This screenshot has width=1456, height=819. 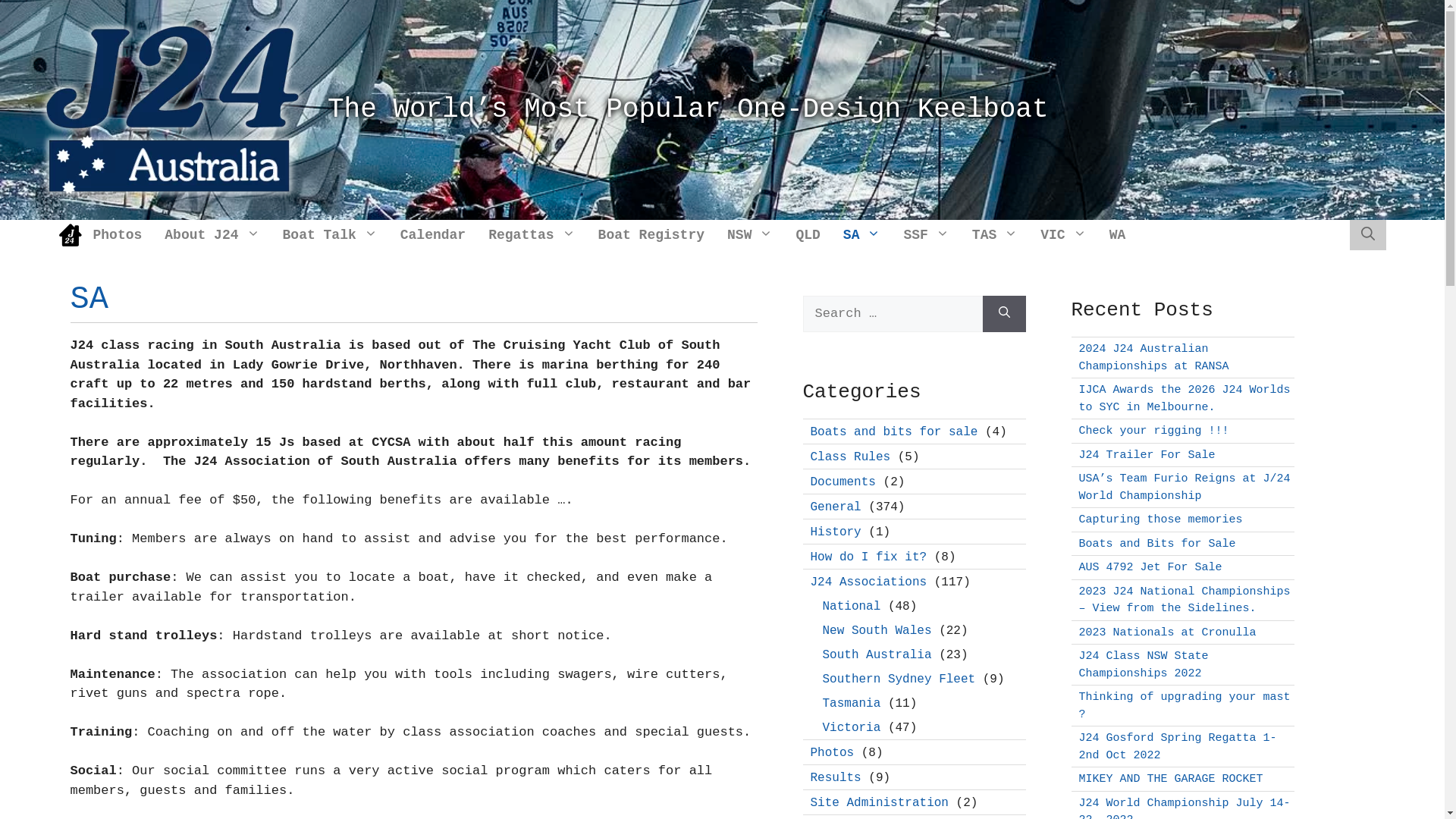 What do you see at coordinates (651, 234) in the screenshot?
I see `'Boat Registry'` at bounding box center [651, 234].